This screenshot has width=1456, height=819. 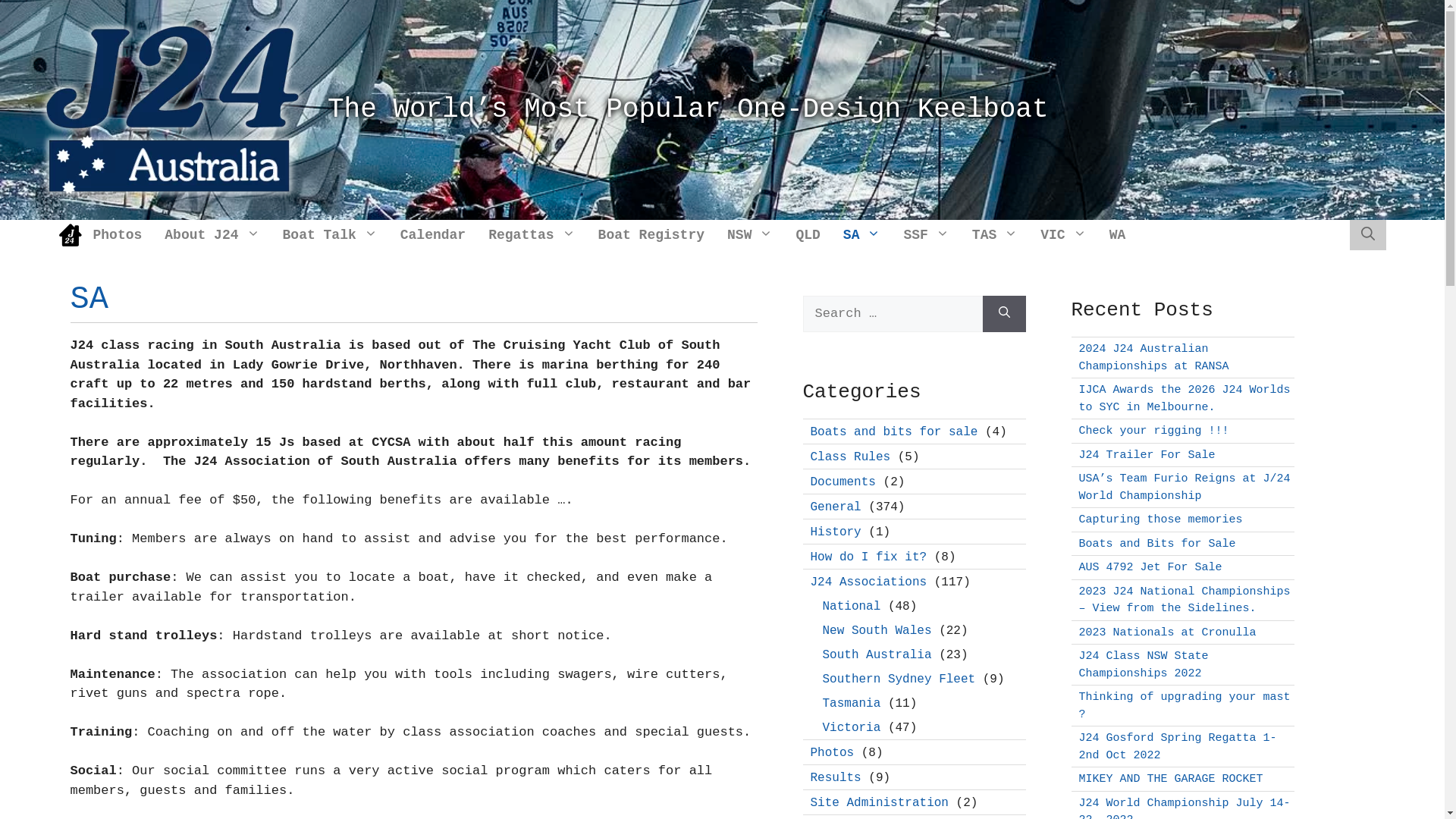 What do you see at coordinates (651, 234) in the screenshot?
I see `'Boat Registry'` at bounding box center [651, 234].